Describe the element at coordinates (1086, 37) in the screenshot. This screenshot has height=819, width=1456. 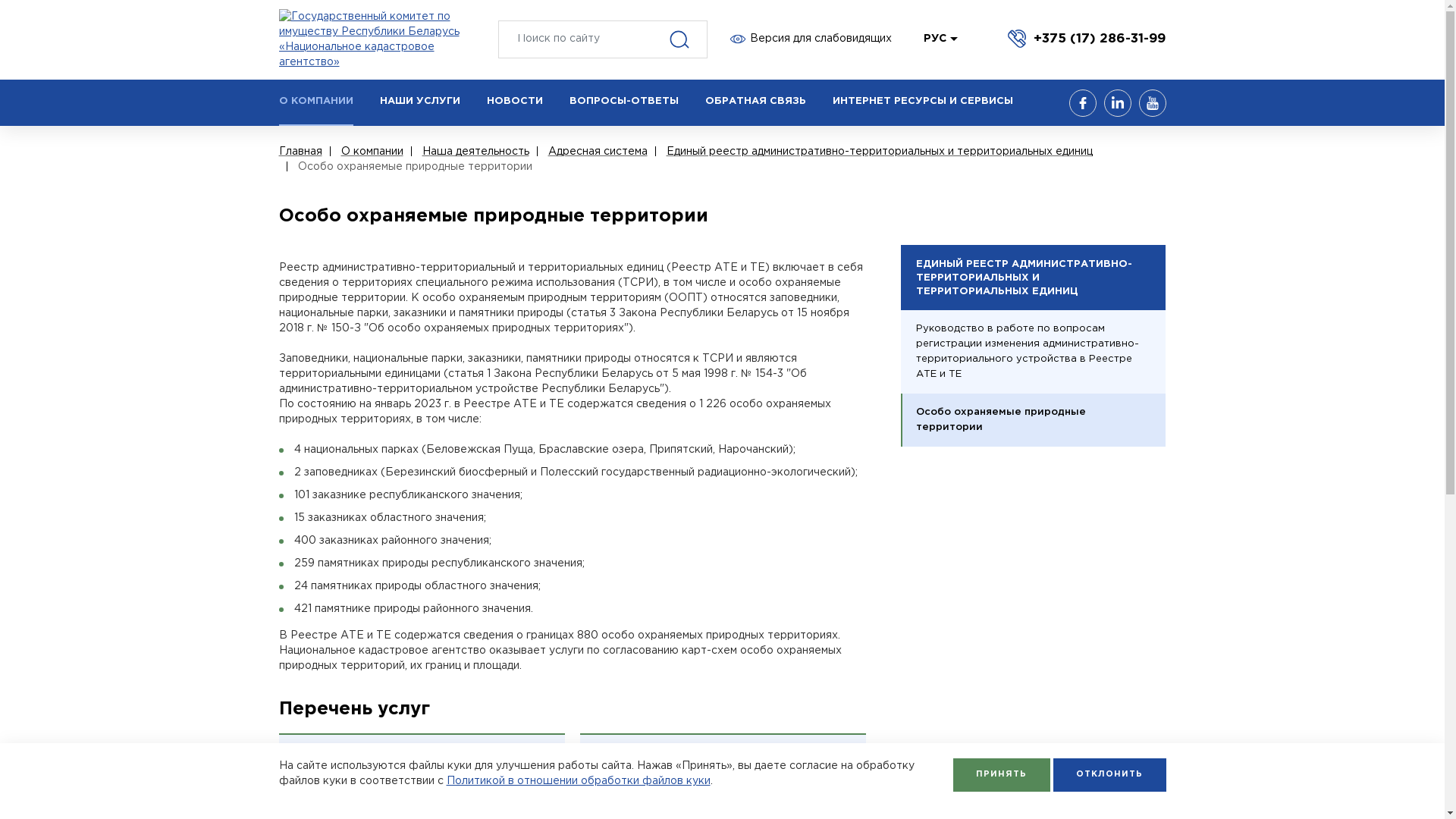
I see `'+375 (17) 286-31-99'` at that location.